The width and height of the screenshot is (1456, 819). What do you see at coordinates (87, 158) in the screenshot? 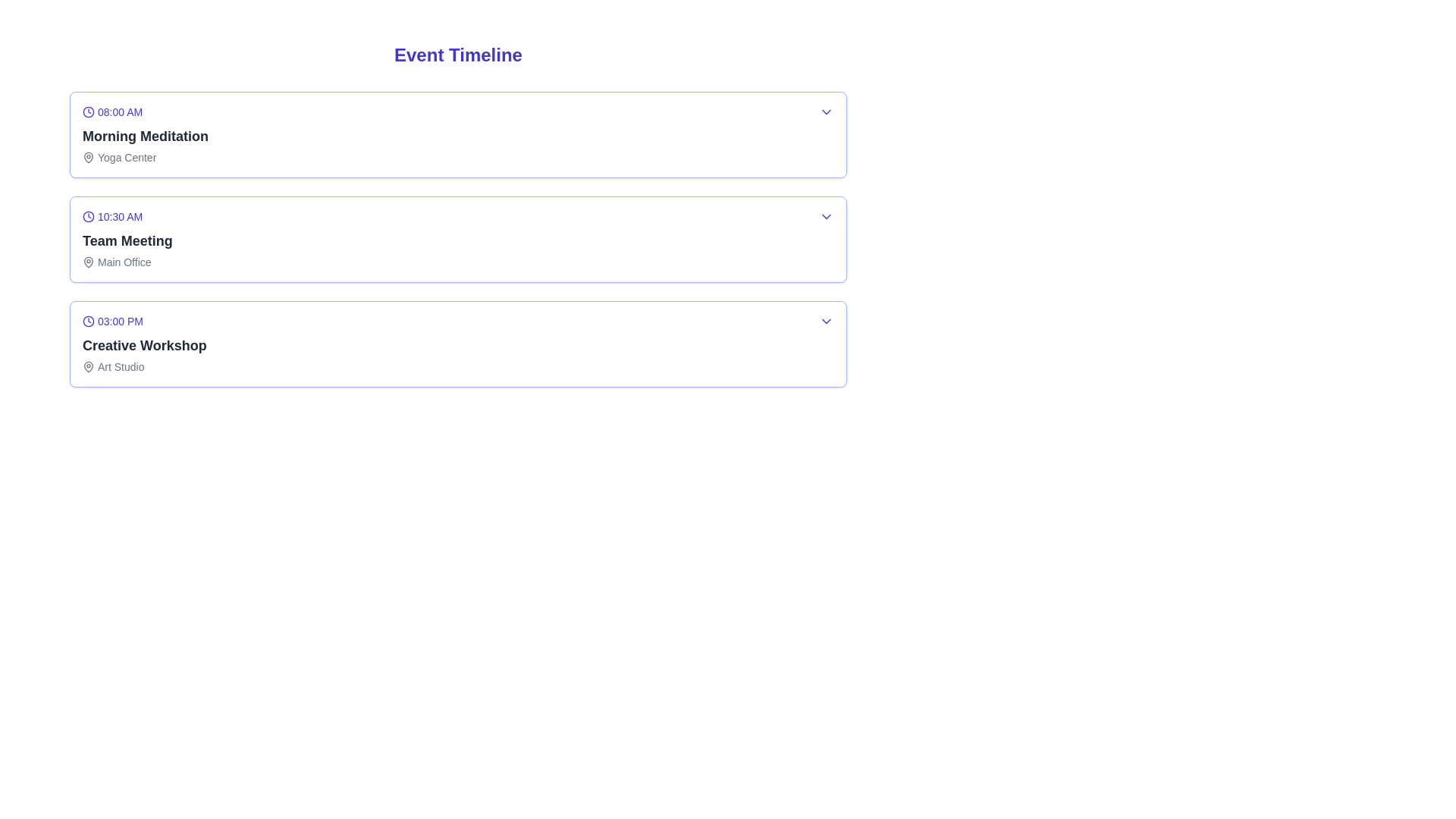
I see `the map pin icon that indicates the physical location associated with 'Yoga Center', located immediately to the left of the 'Yoga Center' text under the 'Morning Meditation' heading in the first event card` at bounding box center [87, 158].